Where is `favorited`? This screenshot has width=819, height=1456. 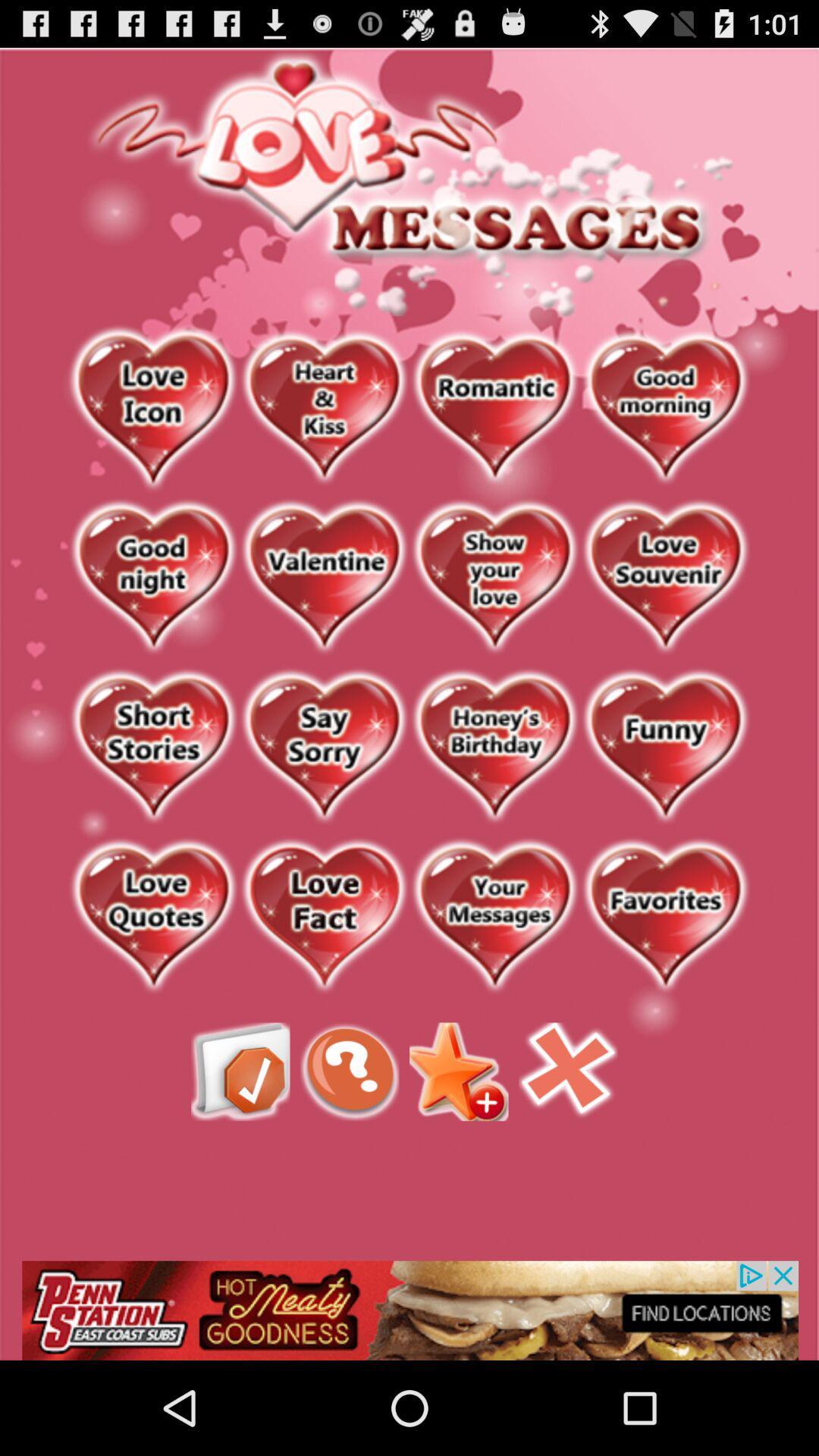 favorited is located at coordinates (664, 916).